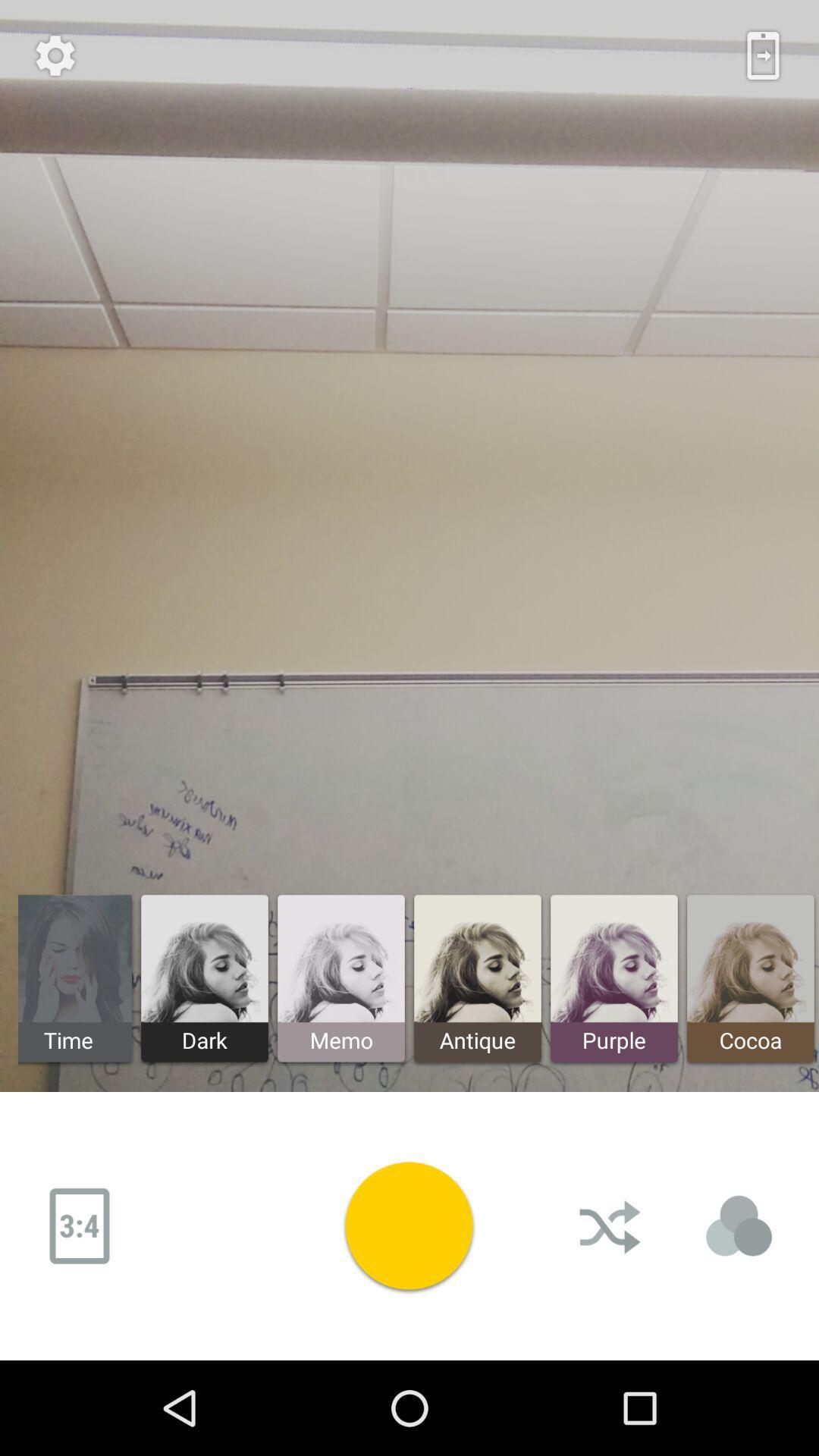 The image size is (819, 1456). What do you see at coordinates (751, 978) in the screenshot?
I see `first image at the bottom right corner of the page` at bounding box center [751, 978].